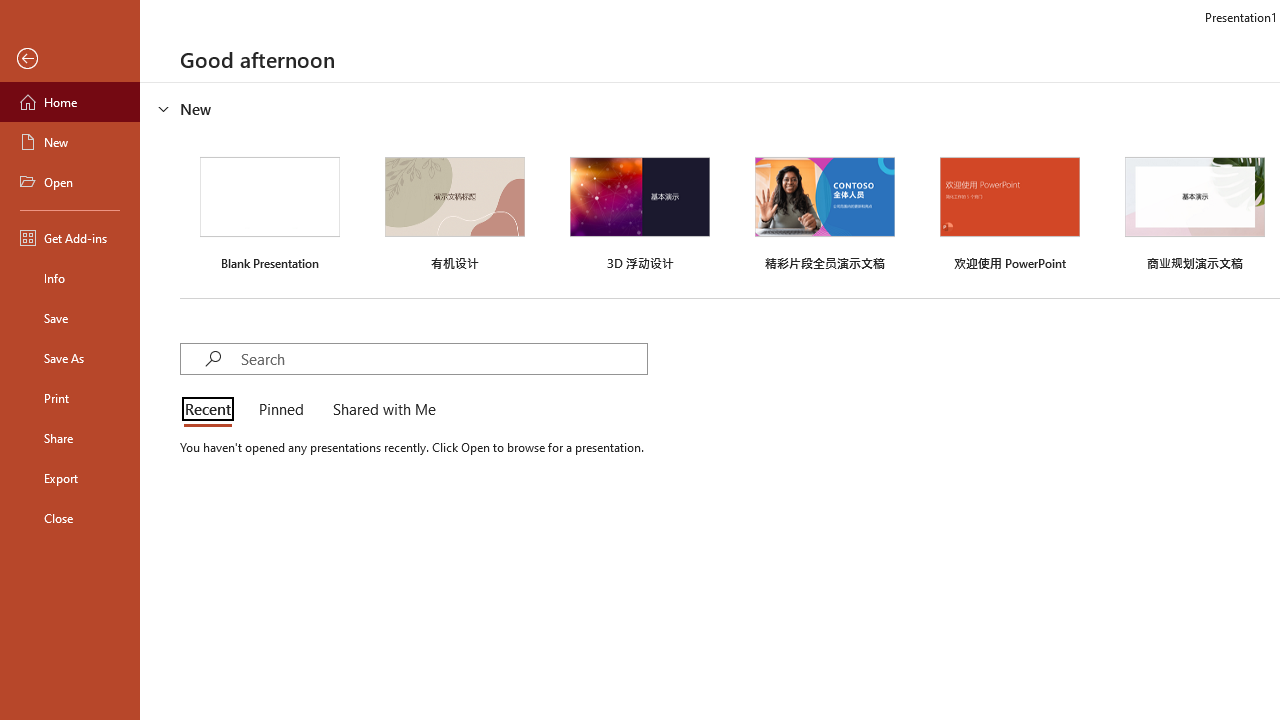 This screenshot has height=720, width=1280. Describe the element at coordinates (69, 478) in the screenshot. I see `'Export'` at that location.